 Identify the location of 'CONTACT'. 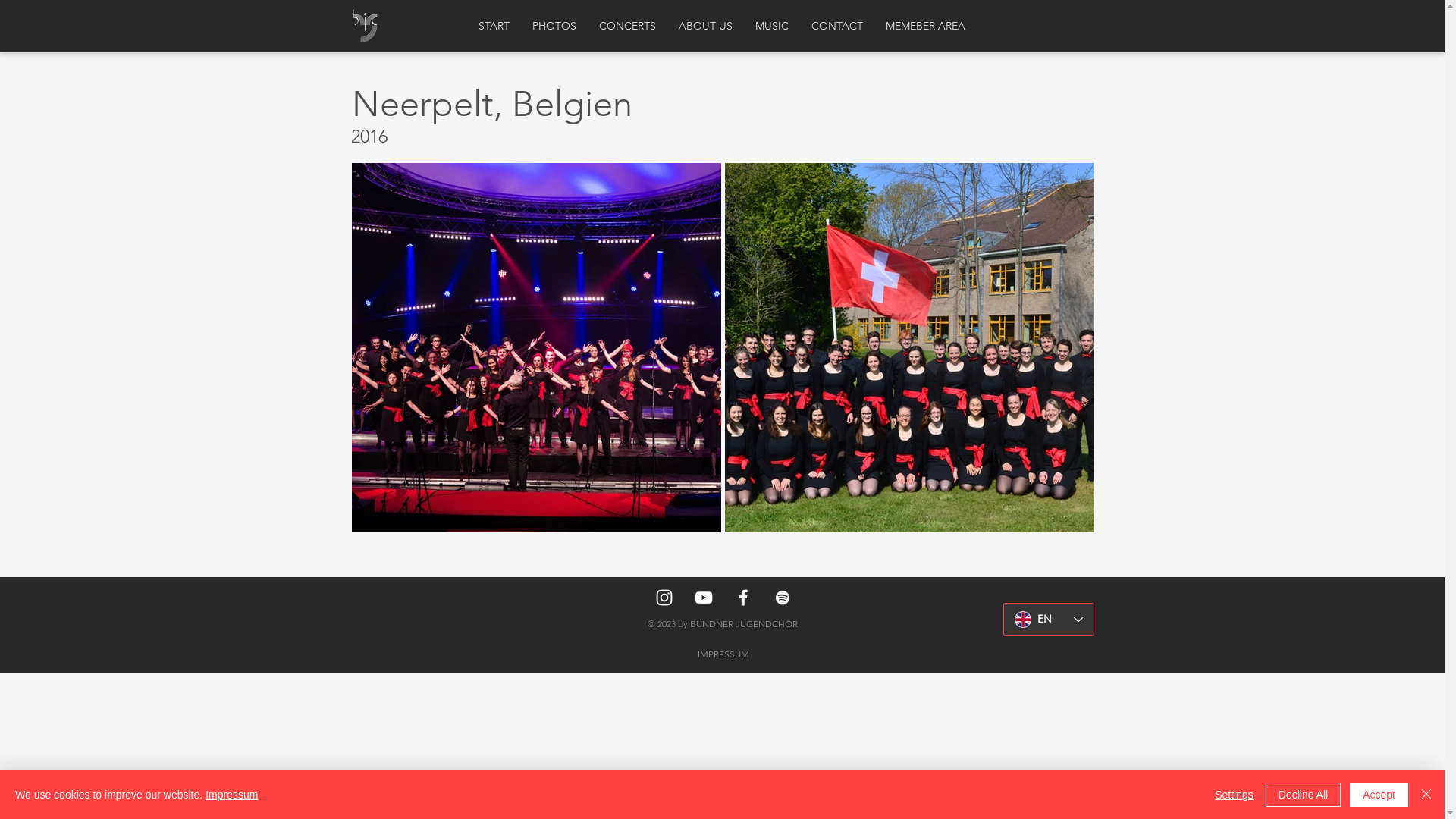
(836, 26).